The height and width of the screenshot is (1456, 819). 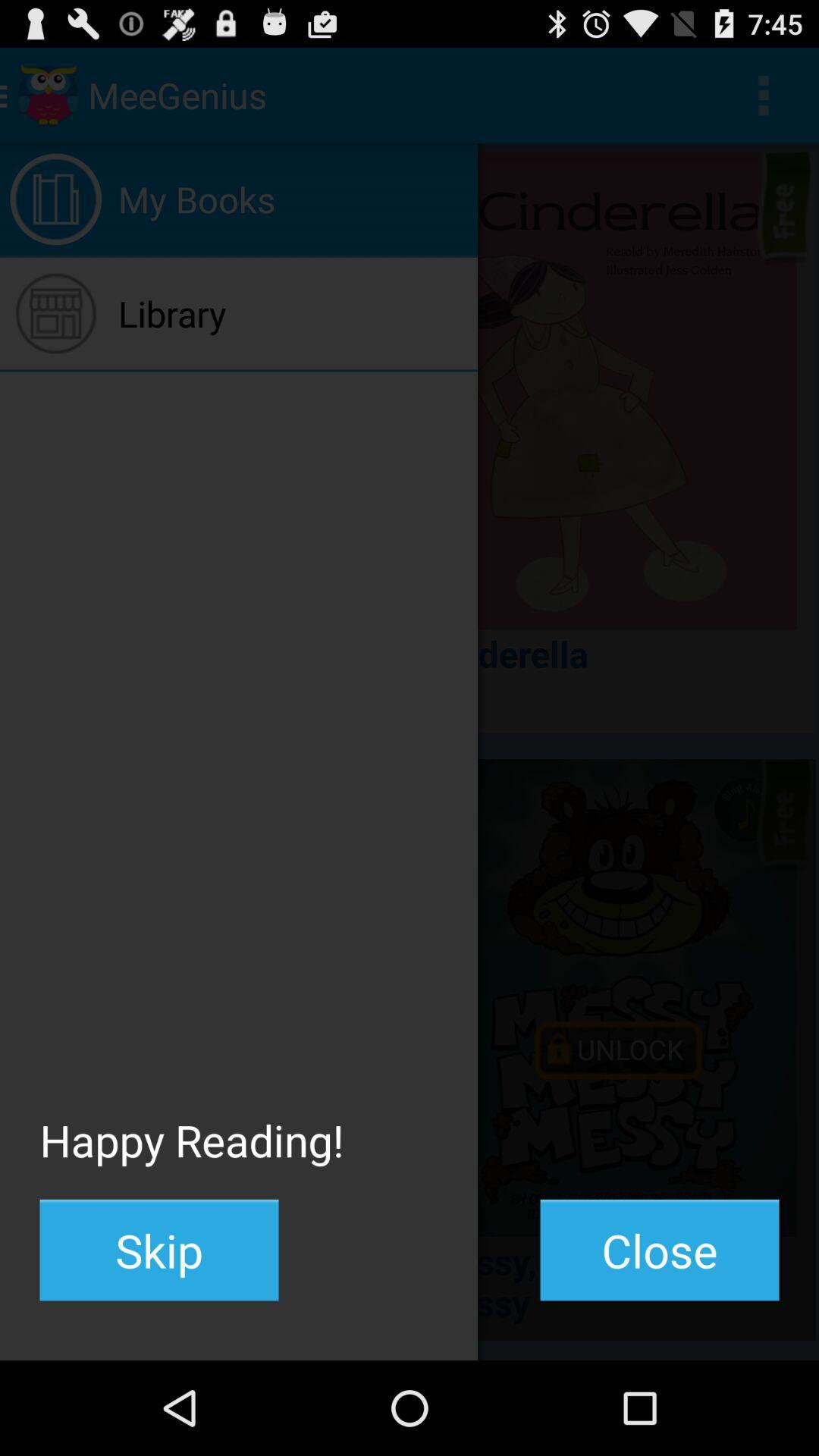 I want to click on skip button, so click(x=158, y=1250).